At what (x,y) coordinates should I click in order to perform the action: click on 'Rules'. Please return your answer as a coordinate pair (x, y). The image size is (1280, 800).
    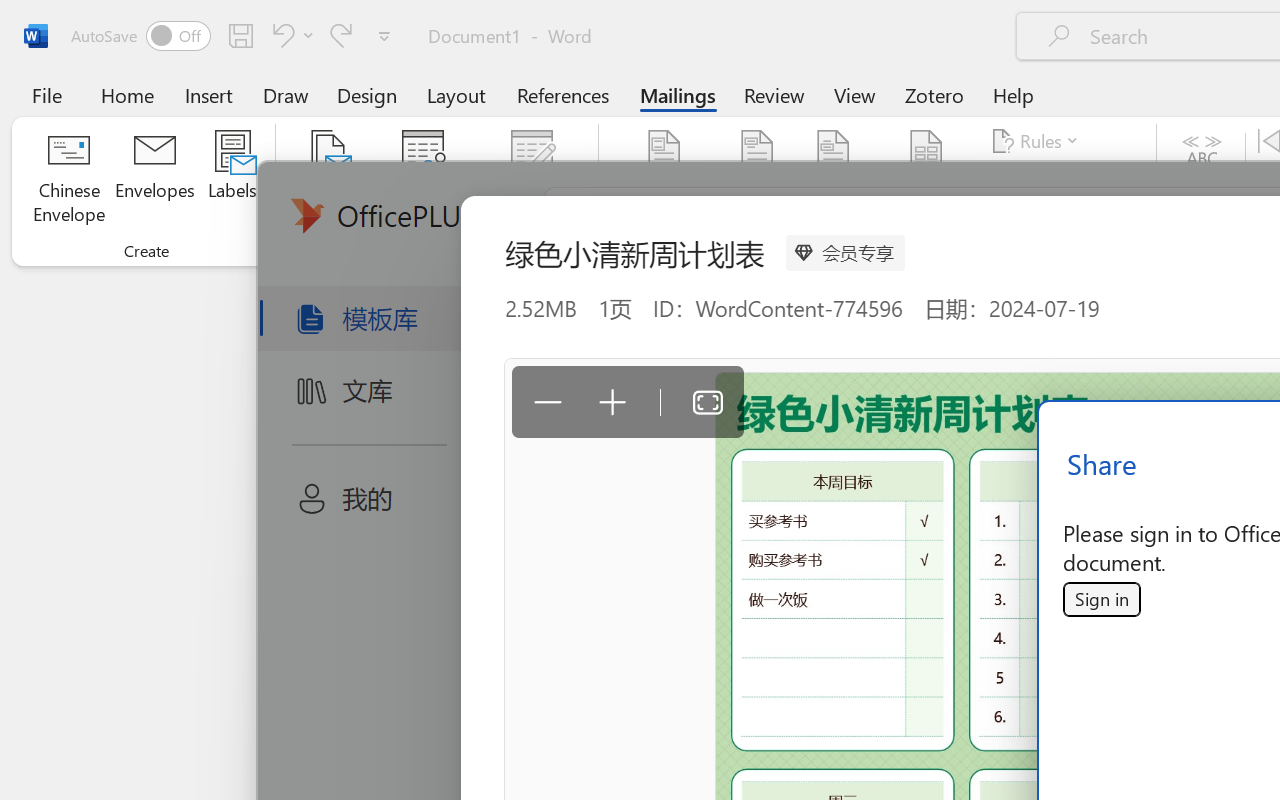
    Looking at the image, I should click on (1038, 141).